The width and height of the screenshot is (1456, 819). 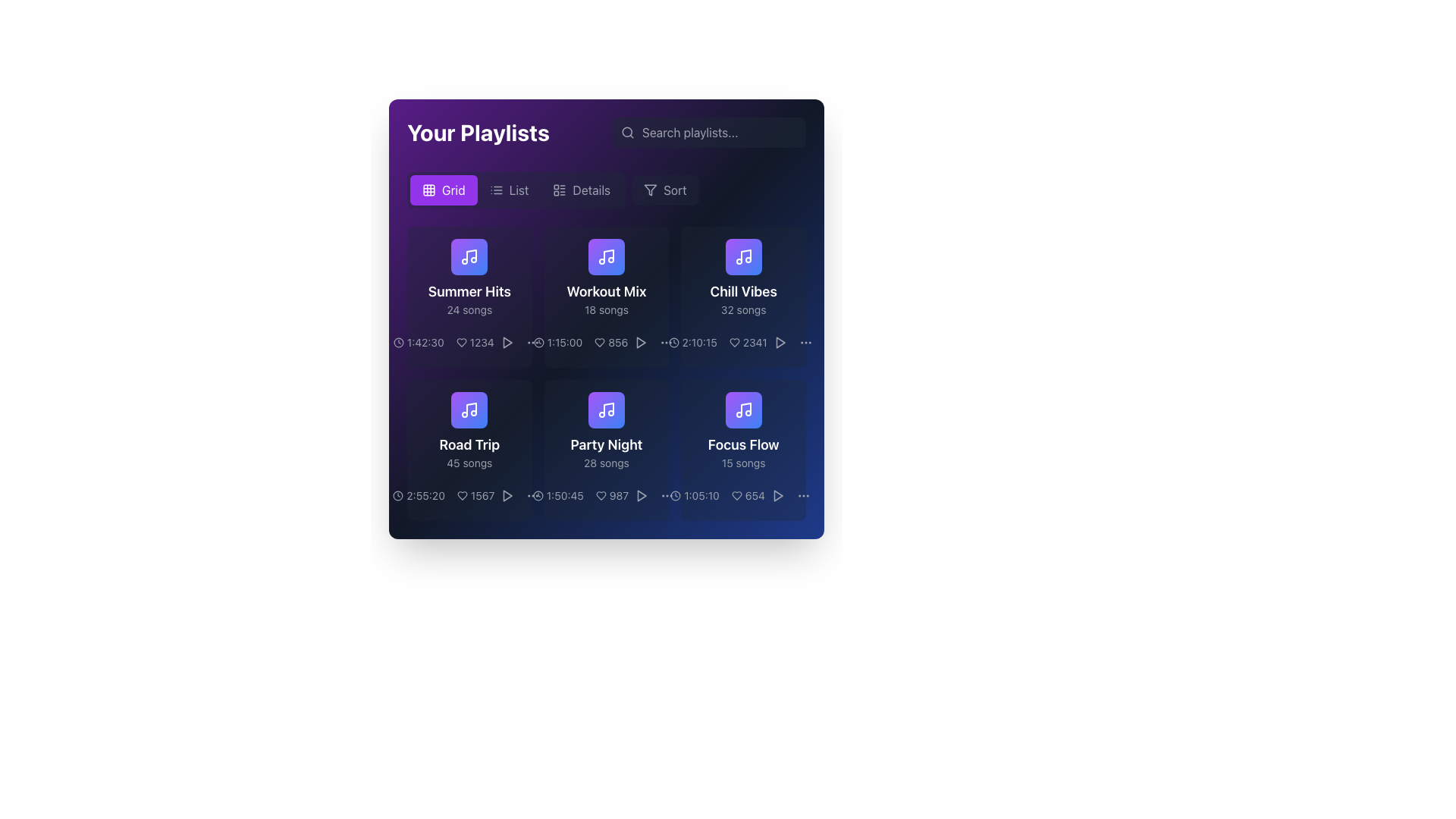 I want to click on the Text label that provides information about the number of songs in the 'Party Night' playlist, located in the lower section of the playlist card, so click(x=607, y=462).